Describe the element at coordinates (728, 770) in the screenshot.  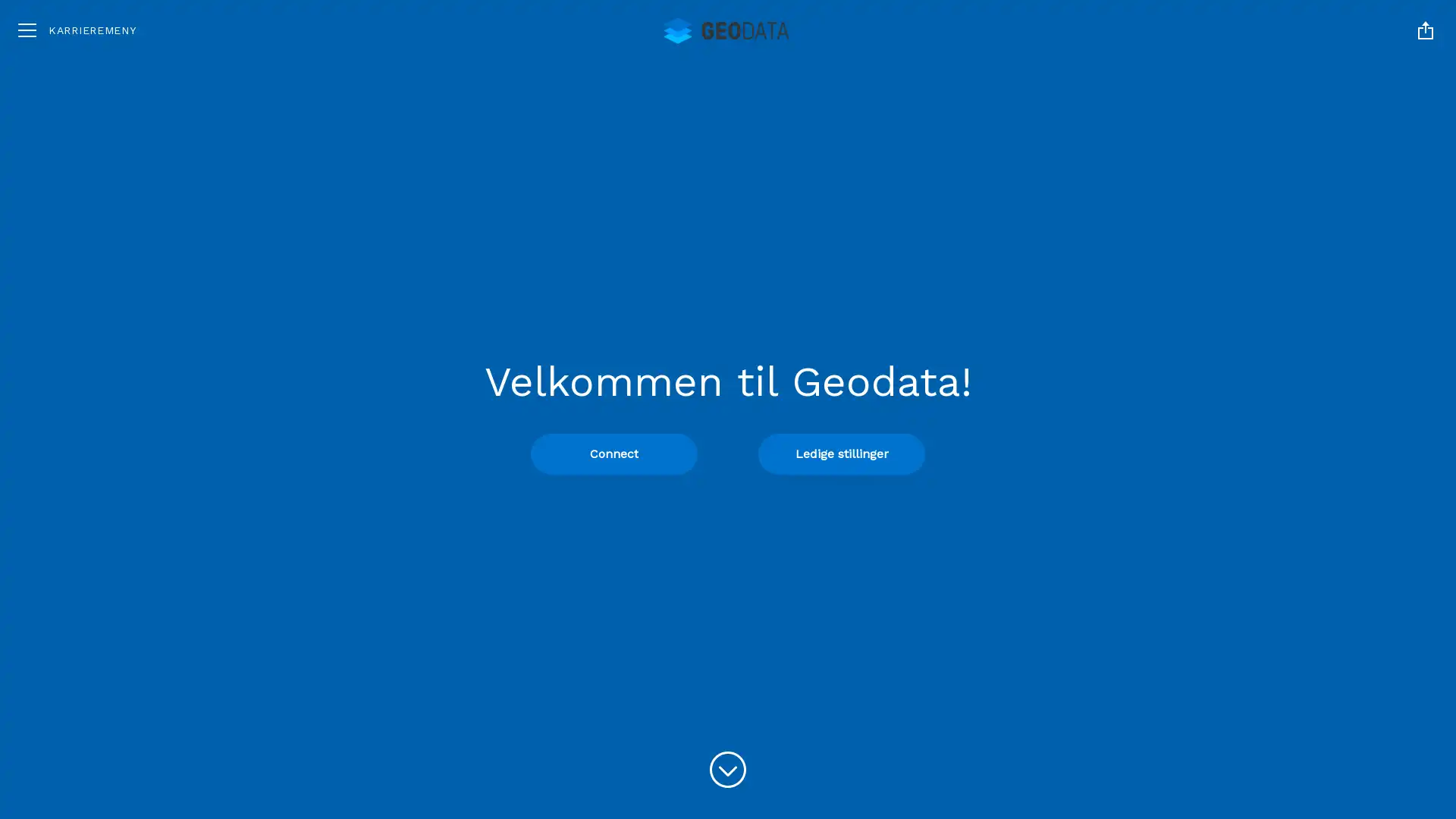
I see `Bla til innholdet` at that location.